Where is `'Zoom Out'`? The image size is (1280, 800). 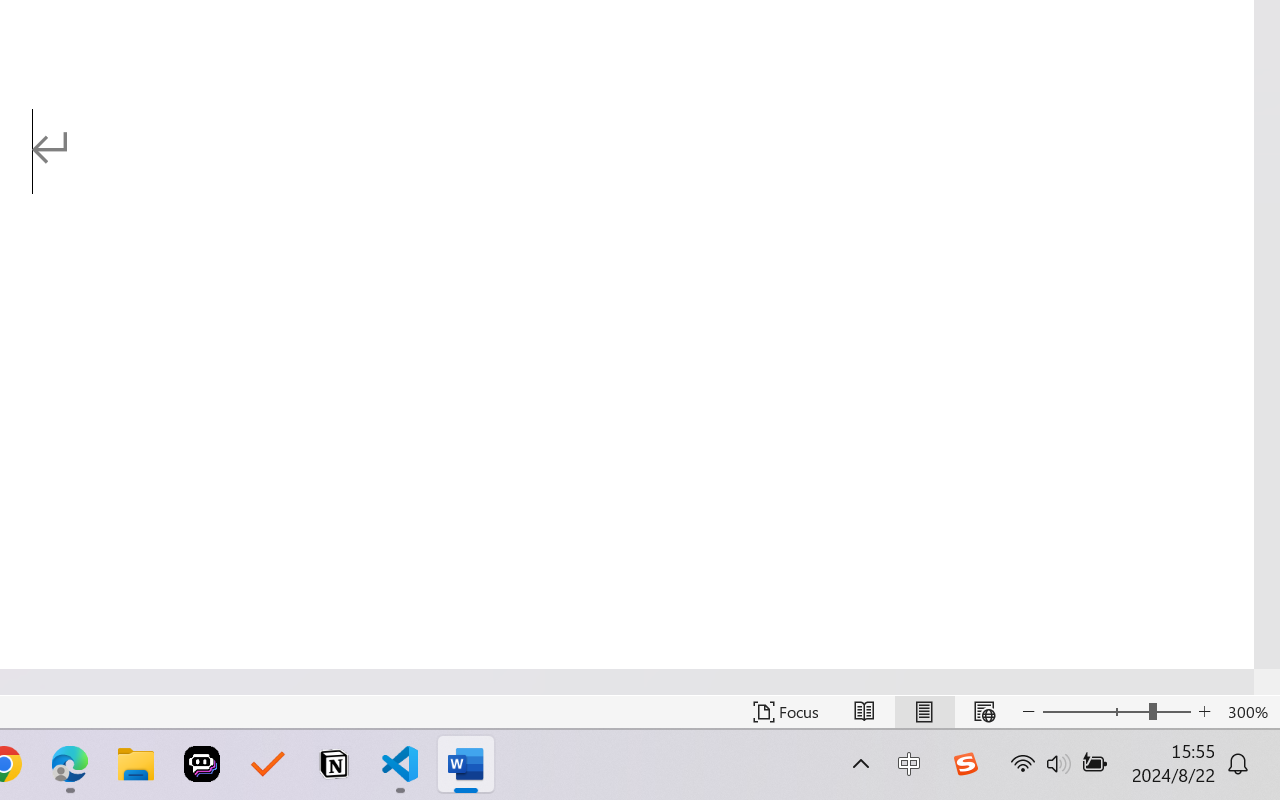
'Zoom Out' is located at coordinates (1094, 711).